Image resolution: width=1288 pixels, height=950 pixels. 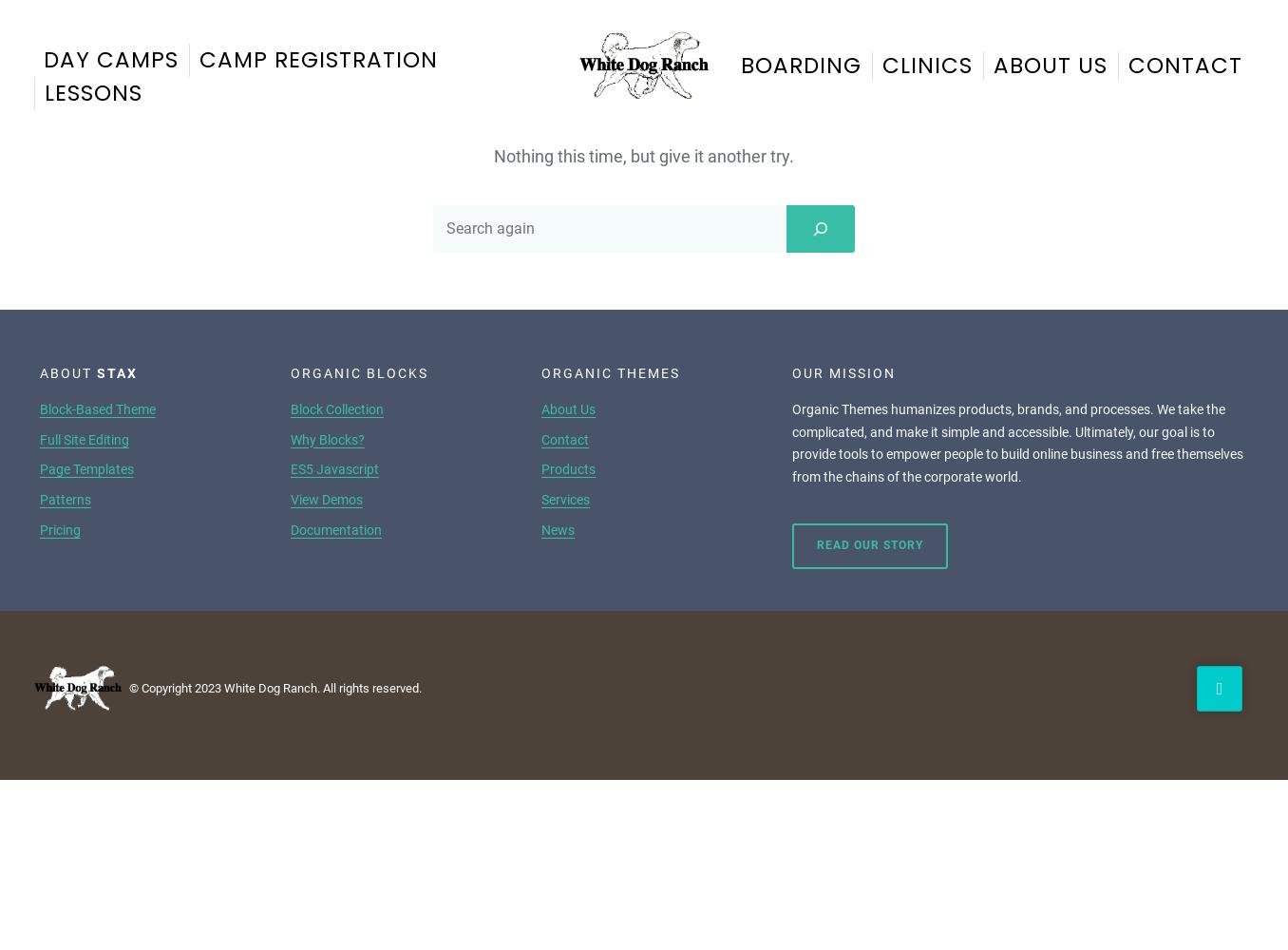 I want to click on 'Full Site Editing', so click(x=84, y=438).